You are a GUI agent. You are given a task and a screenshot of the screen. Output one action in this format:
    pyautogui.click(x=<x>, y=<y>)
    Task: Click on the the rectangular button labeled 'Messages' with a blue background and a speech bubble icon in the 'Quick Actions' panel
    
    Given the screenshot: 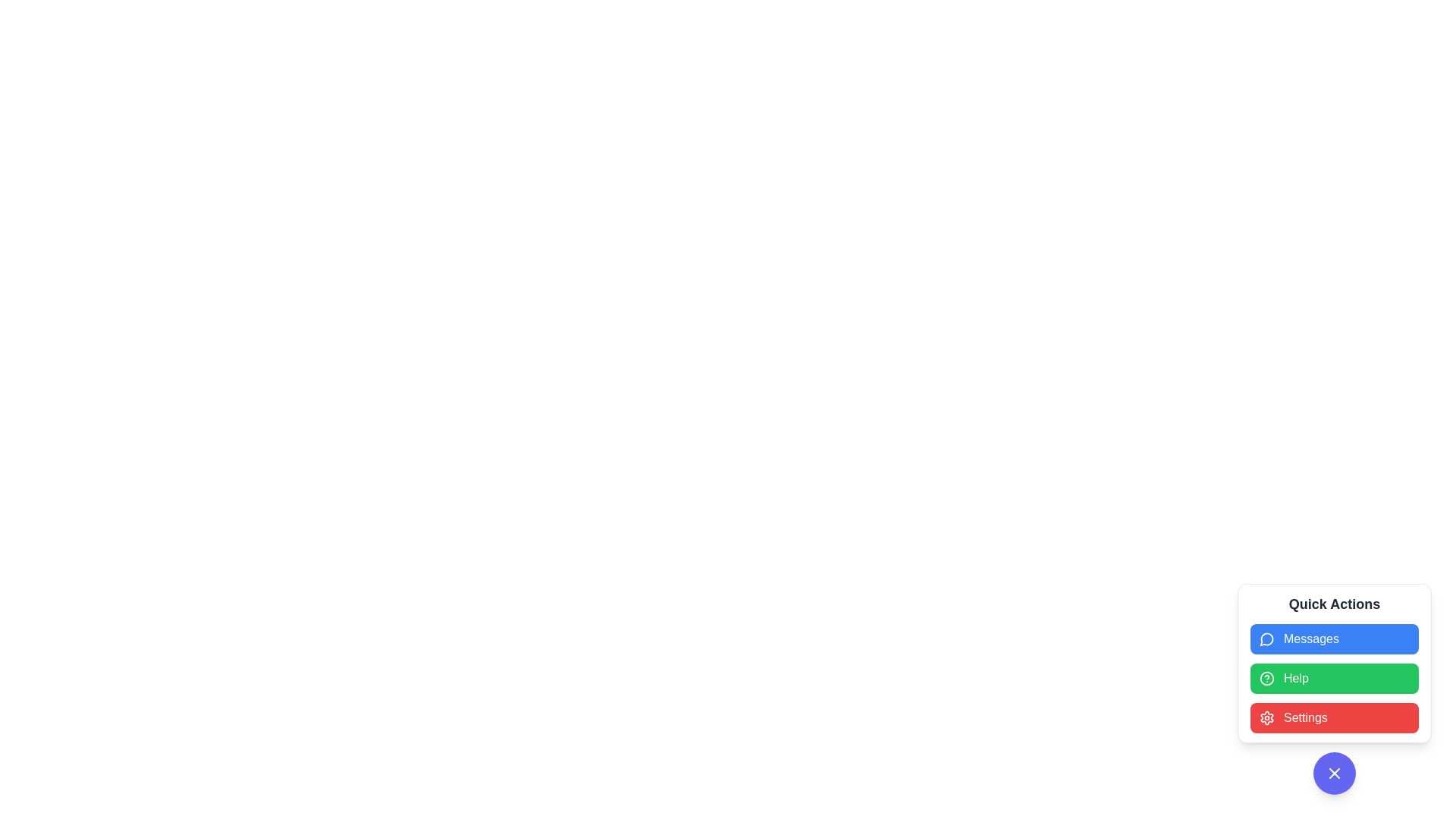 What is the action you would take?
    pyautogui.click(x=1335, y=639)
    